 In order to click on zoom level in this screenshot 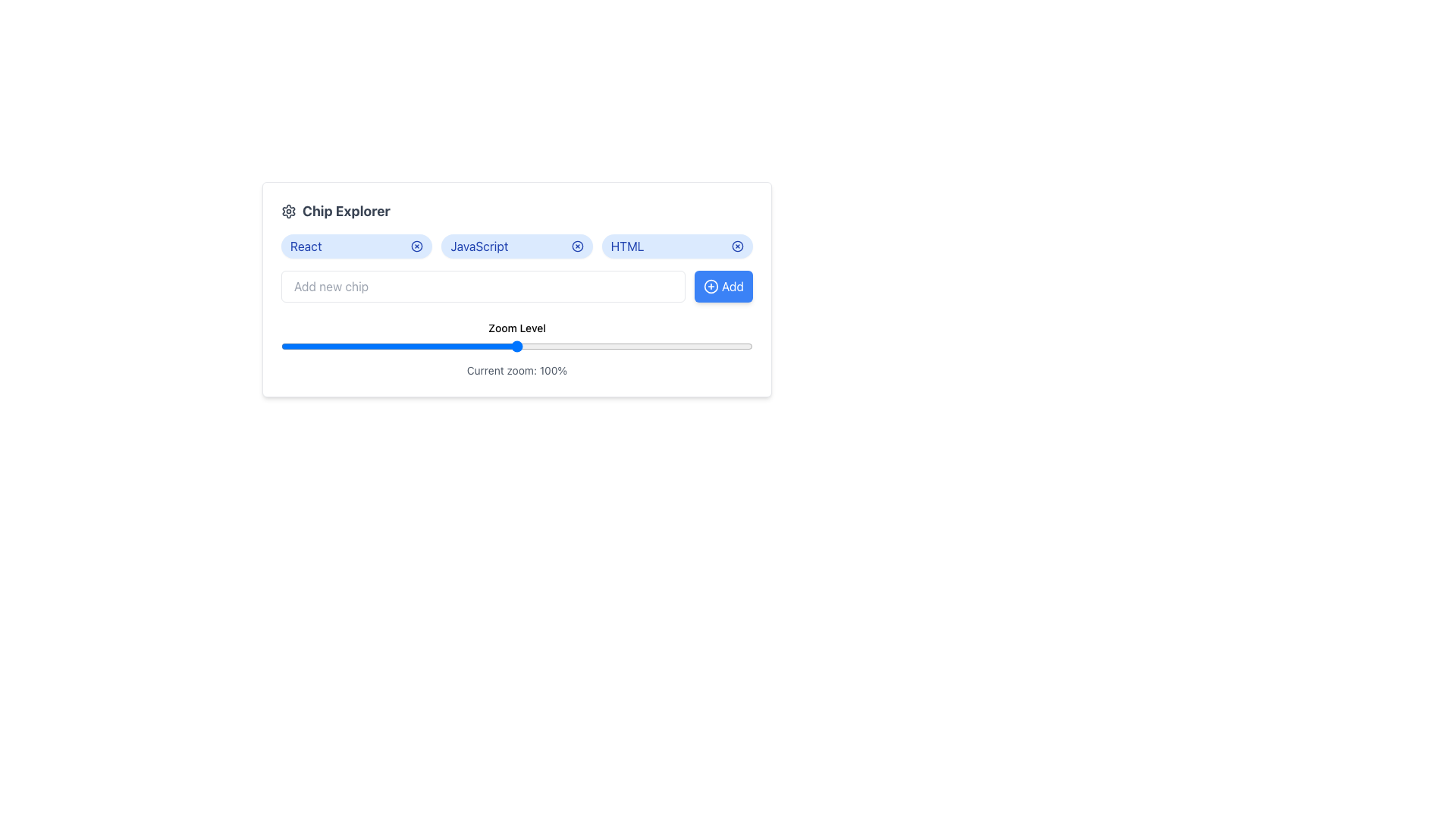, I will do `click(554, 346)`.